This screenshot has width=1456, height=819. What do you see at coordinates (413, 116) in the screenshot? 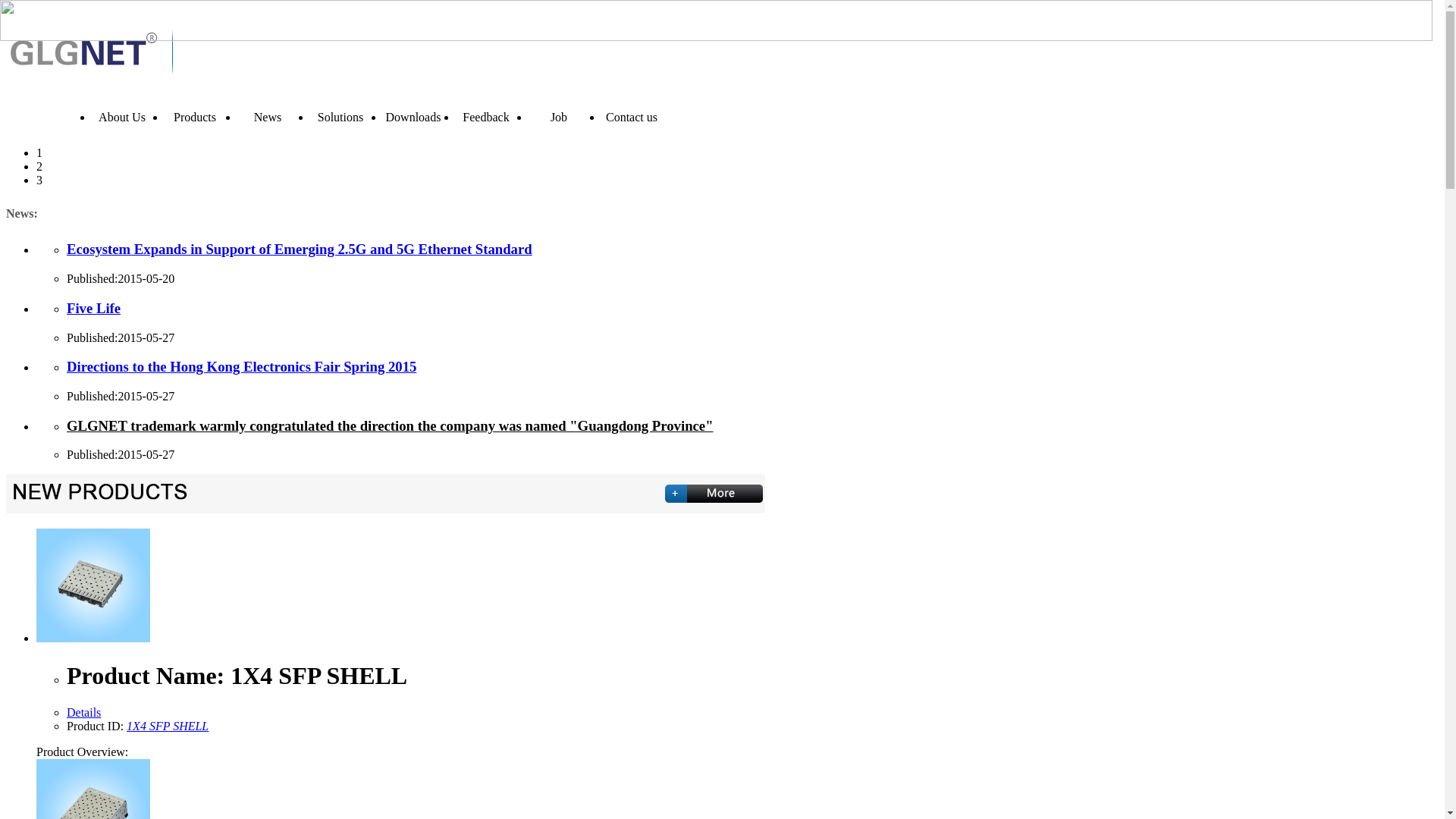
I see `'Downloads'` at bounding box center [413, 116].